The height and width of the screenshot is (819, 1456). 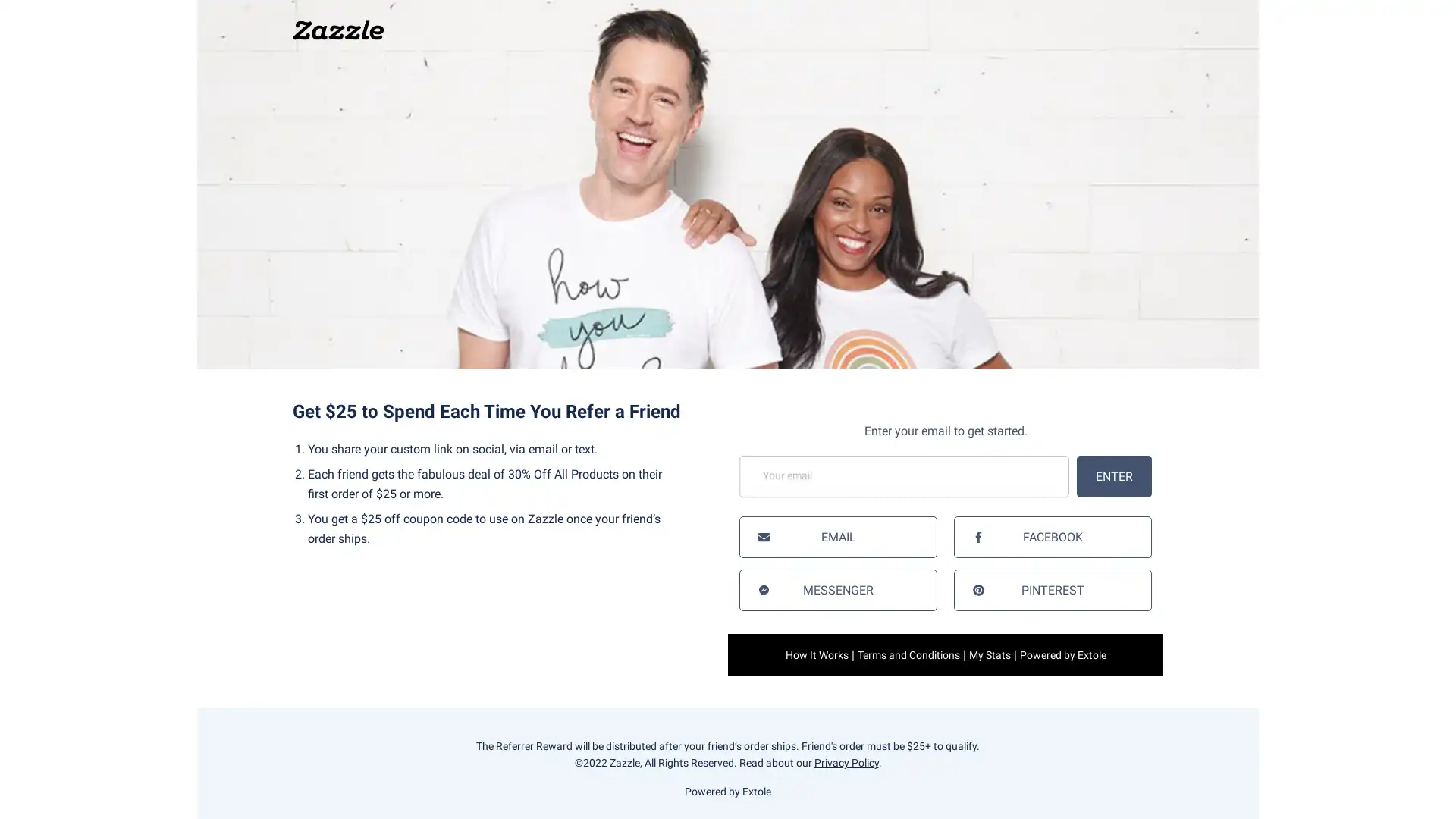 I want to click on Enter, so click(x=1114, y=475).